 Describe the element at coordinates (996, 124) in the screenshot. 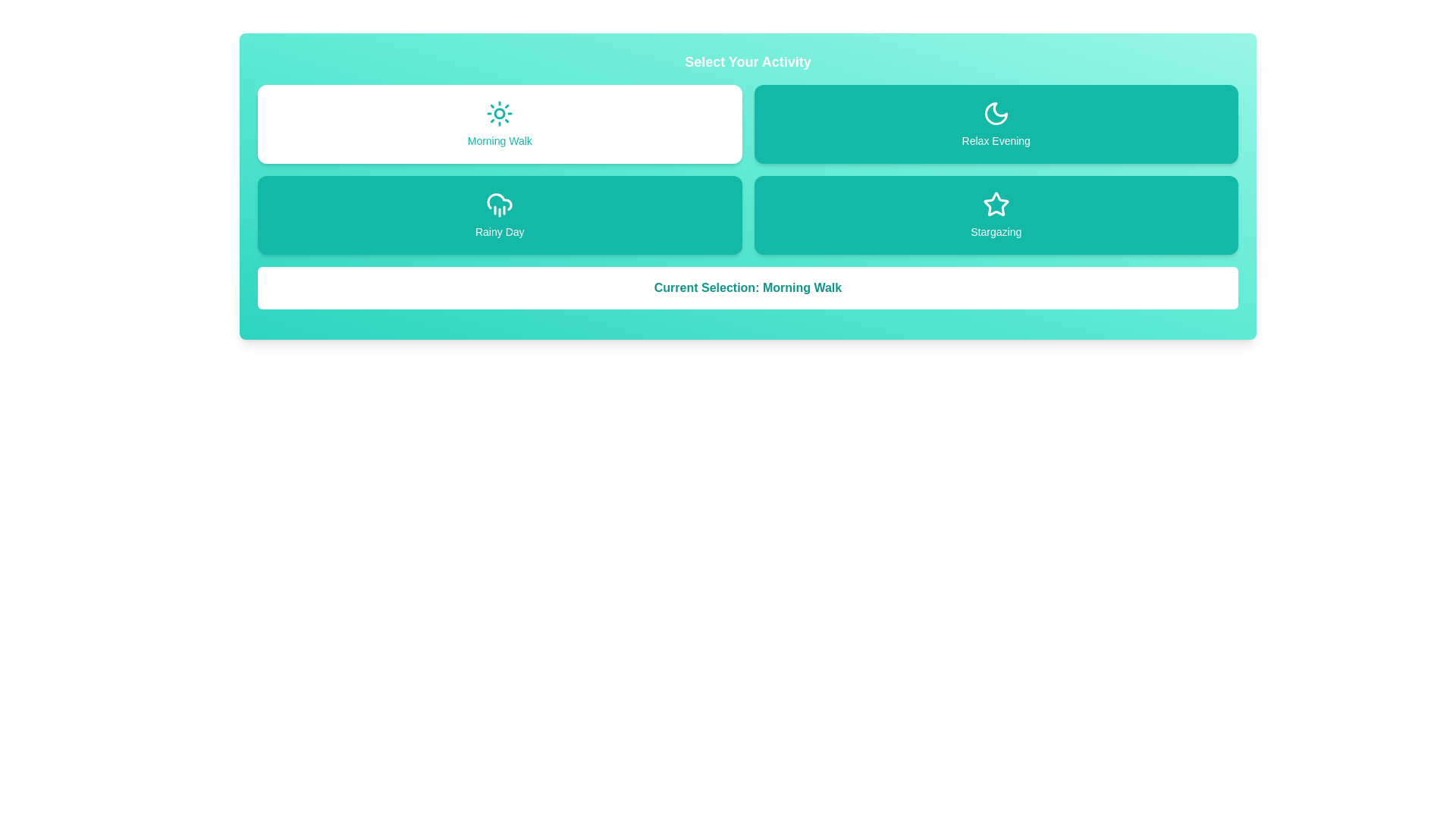

I see `the activity Relax Evening by clicking on its button` at that location.